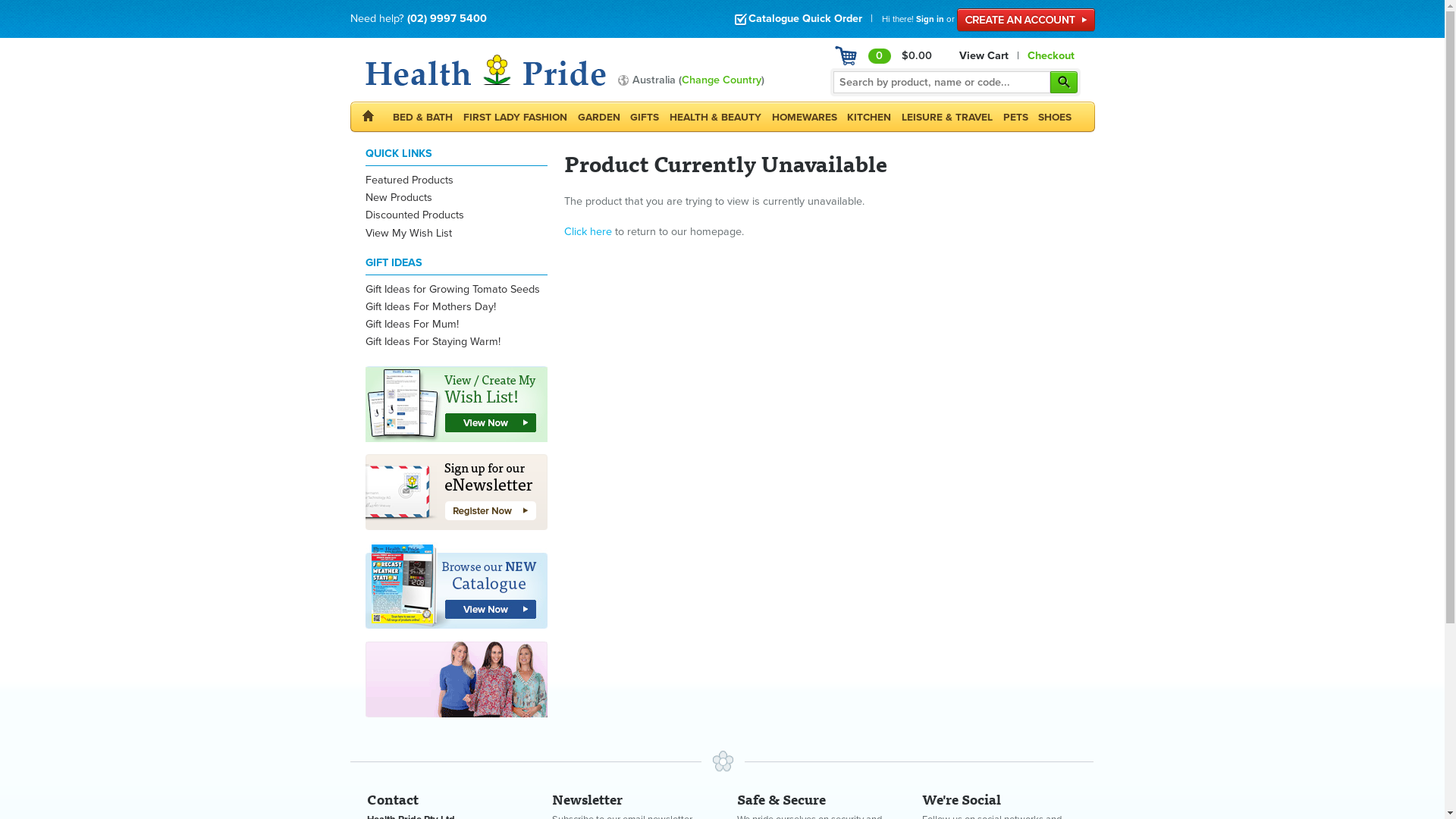 Image resolution: width=1456 pixels, height=819 pixels. Describe the element at coordinates (408, 233) in the screenshot. I see `'View My Wish List'` at that location.